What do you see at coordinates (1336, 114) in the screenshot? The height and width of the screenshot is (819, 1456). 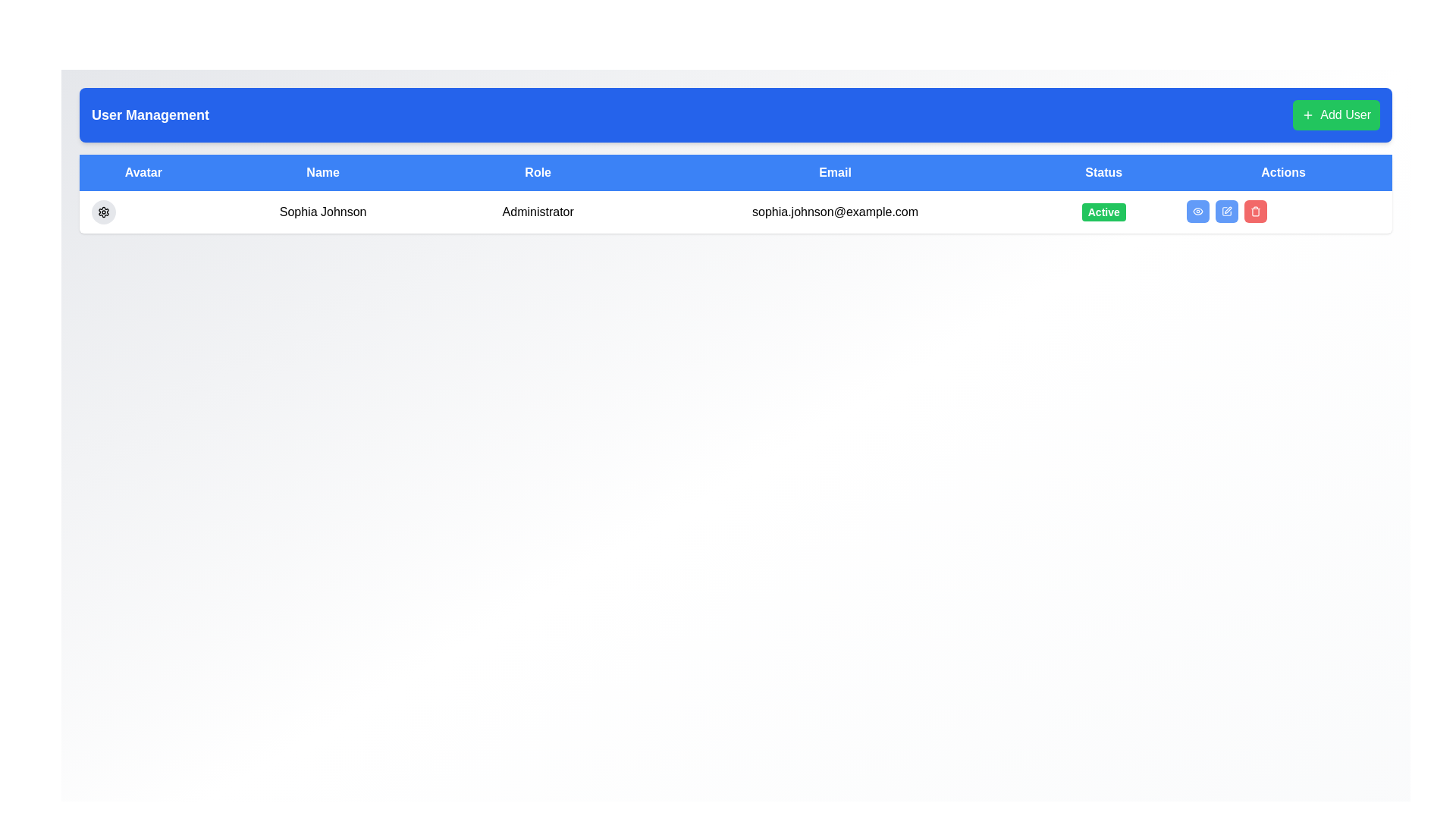 I see `the 'Add User' button located in the header section of the 'User Management' panel to initiate the user addition process` at bounding box center [1336, 114].